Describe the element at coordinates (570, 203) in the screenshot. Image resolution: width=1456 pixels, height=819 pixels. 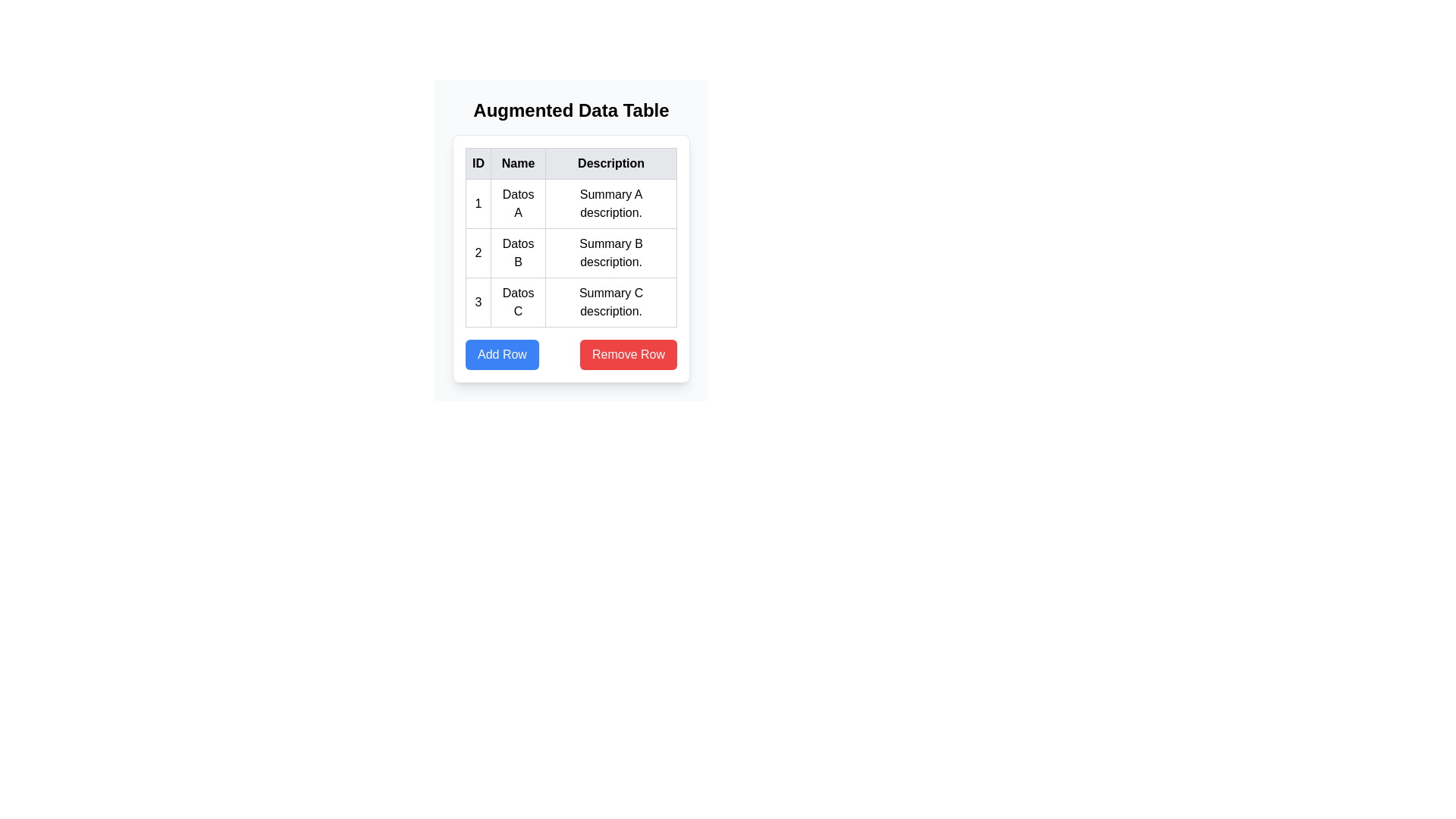
I see `the row corresponding to 1` at that location.